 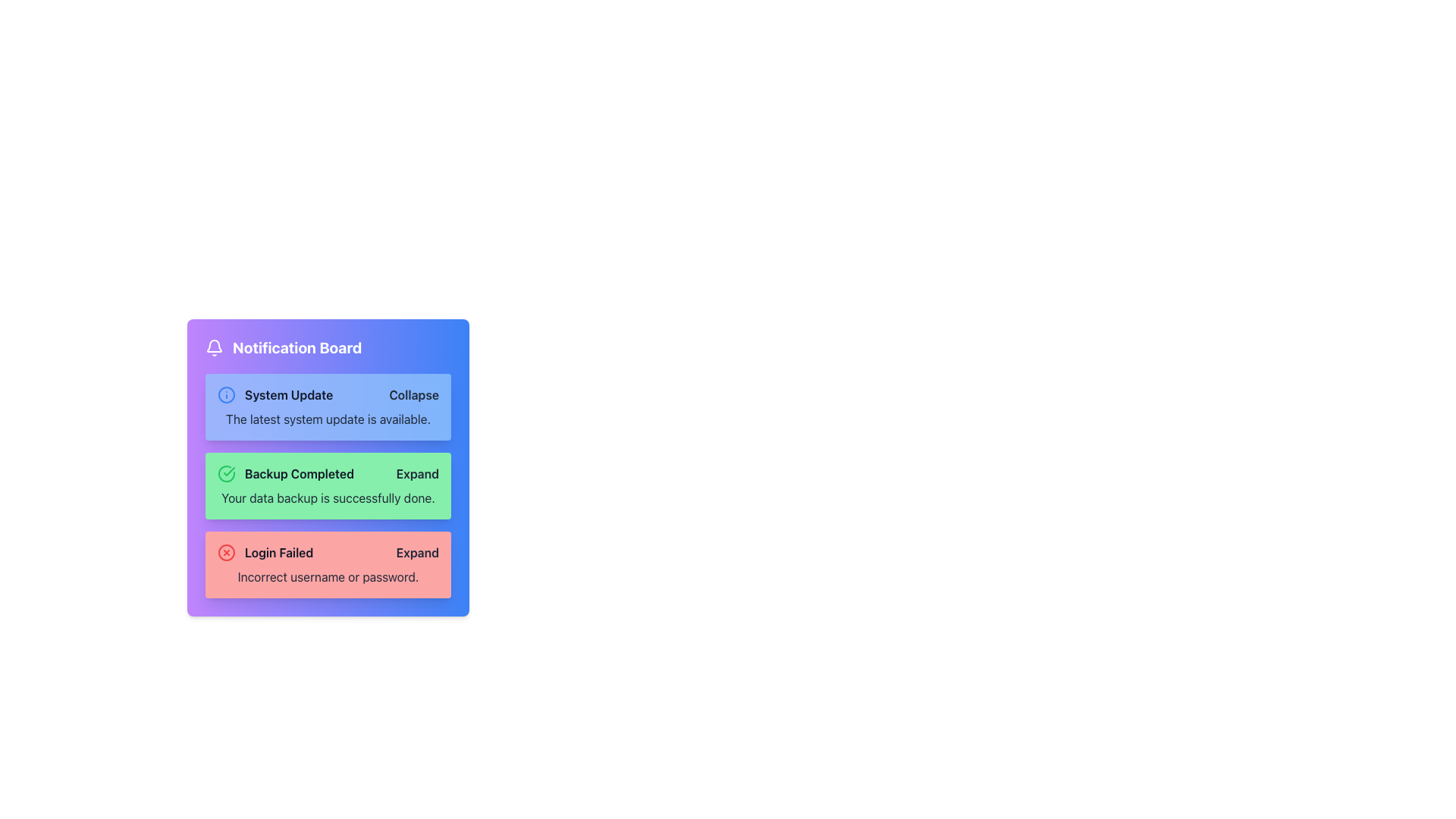 I want to click on text of the notification header label located on the left side of the blue 'info' icon in the Notification Board section, so click(x=275, y=394).